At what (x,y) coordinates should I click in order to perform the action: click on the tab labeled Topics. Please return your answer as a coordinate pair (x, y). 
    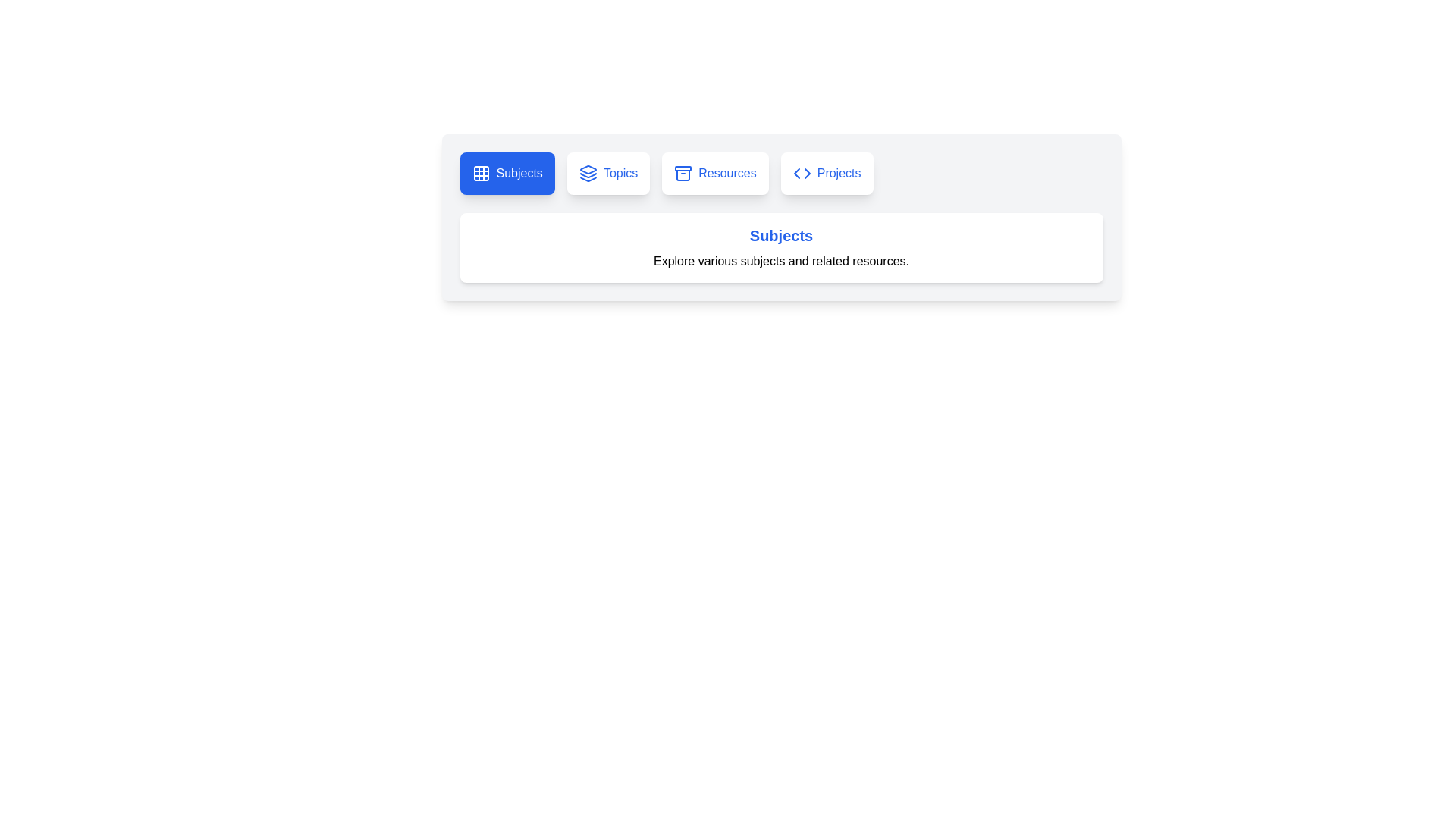
    Looking at the image, I should click on (608, 172).